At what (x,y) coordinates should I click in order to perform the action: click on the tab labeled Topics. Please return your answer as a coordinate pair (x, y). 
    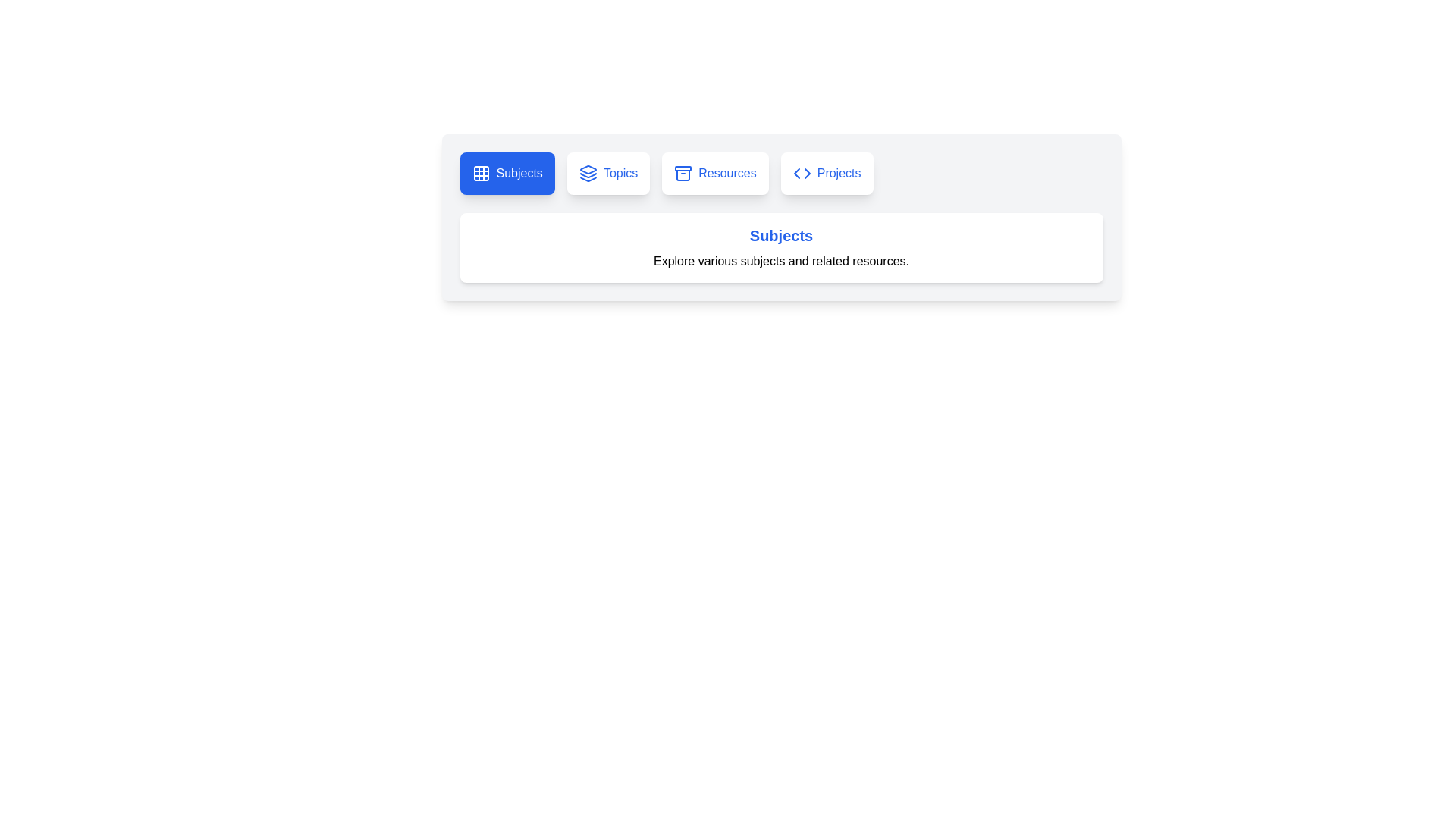
    Looking at the image, I should click on (608, 172).